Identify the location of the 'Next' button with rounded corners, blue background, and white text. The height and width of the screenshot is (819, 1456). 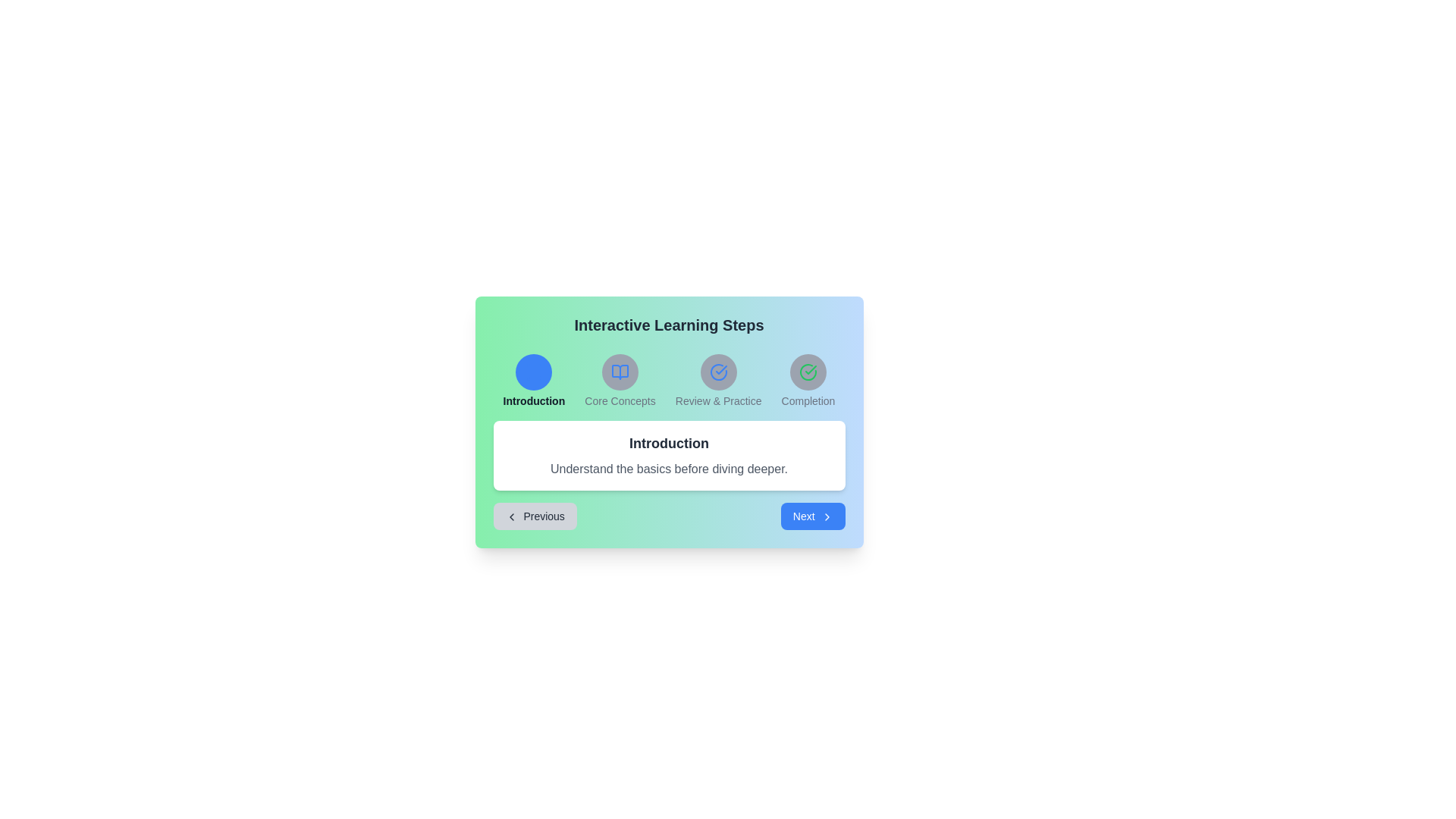
(812, 516).